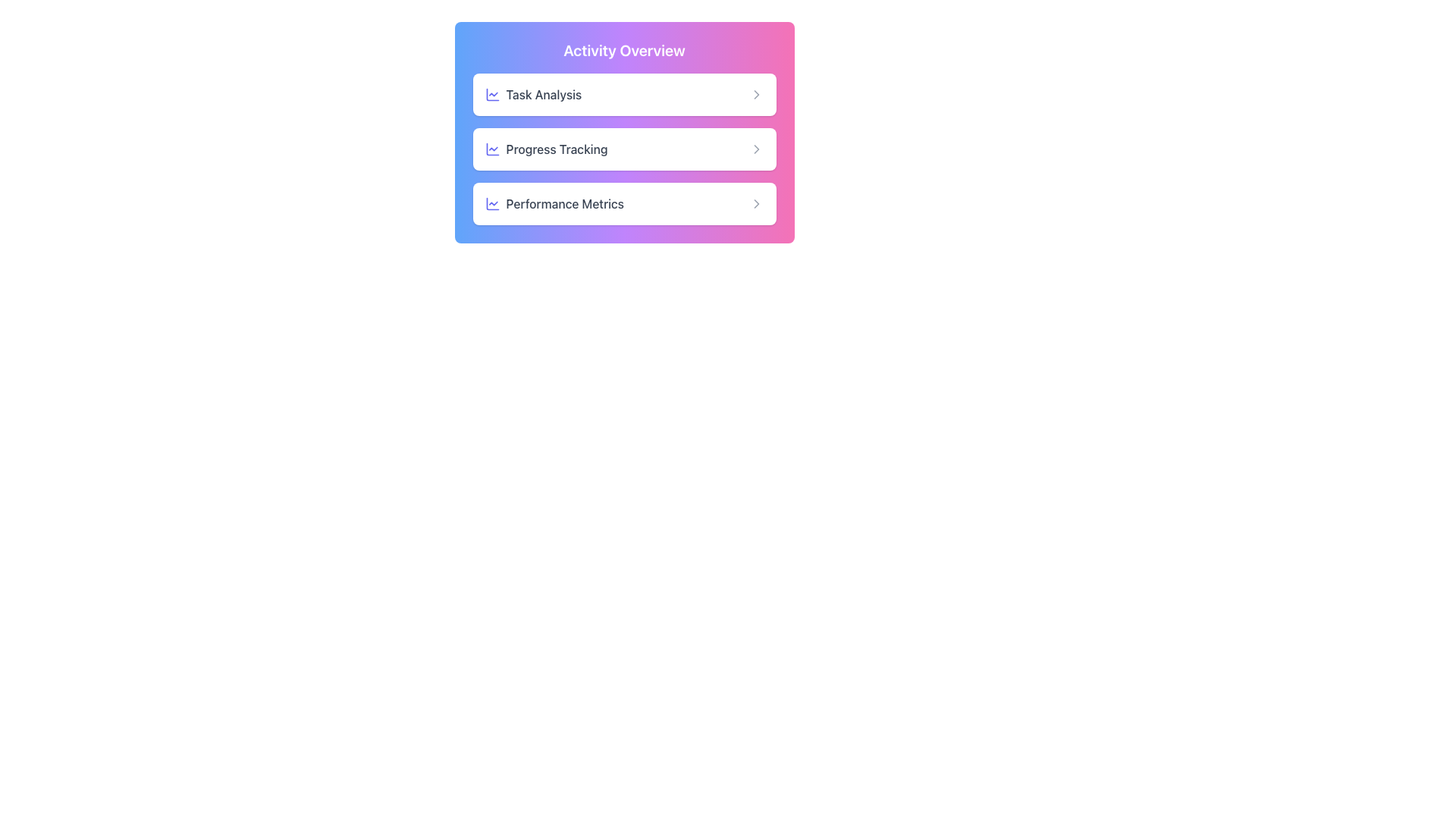  What do you see at coordinates (624, 203) in the screenshot?
I see `the navigation button leading to the 'Performance Metrics' section, which is located at the bottom of a vertical stack beneath 'Task Analysis' and 'Progress Tracking'` at bounding box center [624, 203].